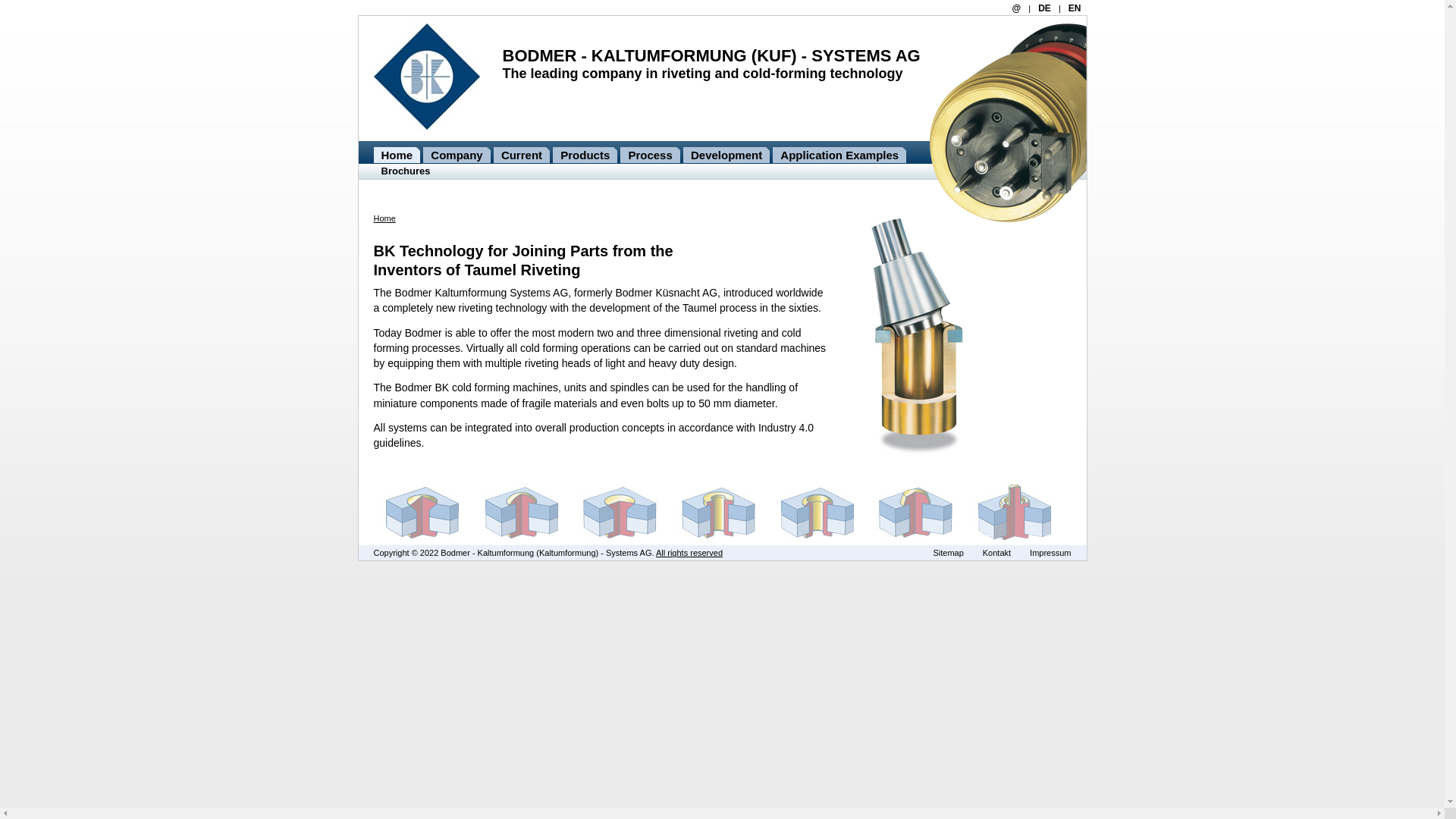 The image size is (1456, 819). I want to click on 'Brochures', so click(406, 171).